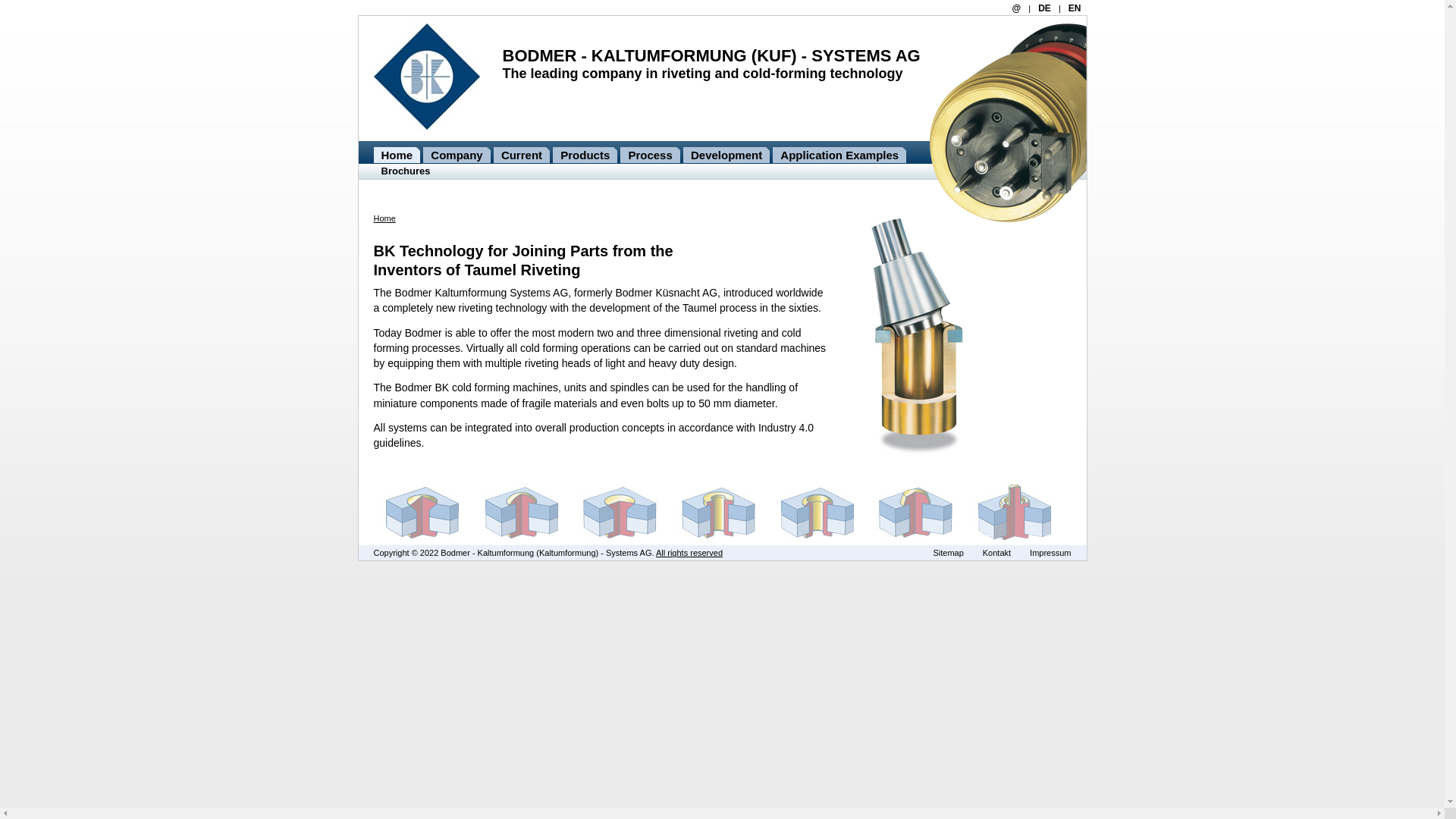 The image size is (1456, 819). I want to click on 'Brochures', so click(406, 171).